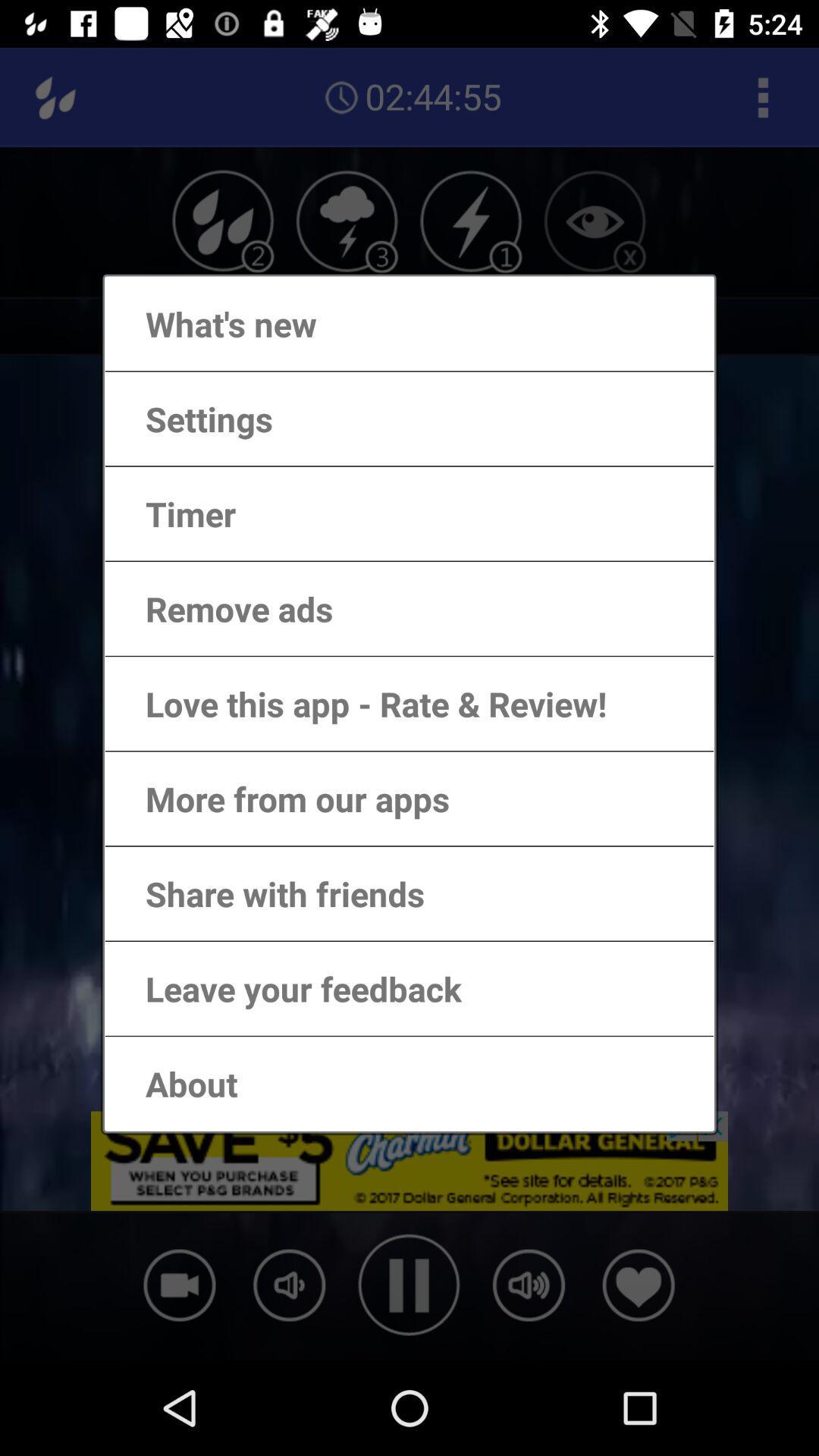  I want to click on app above remove ads, so click(174, 513).